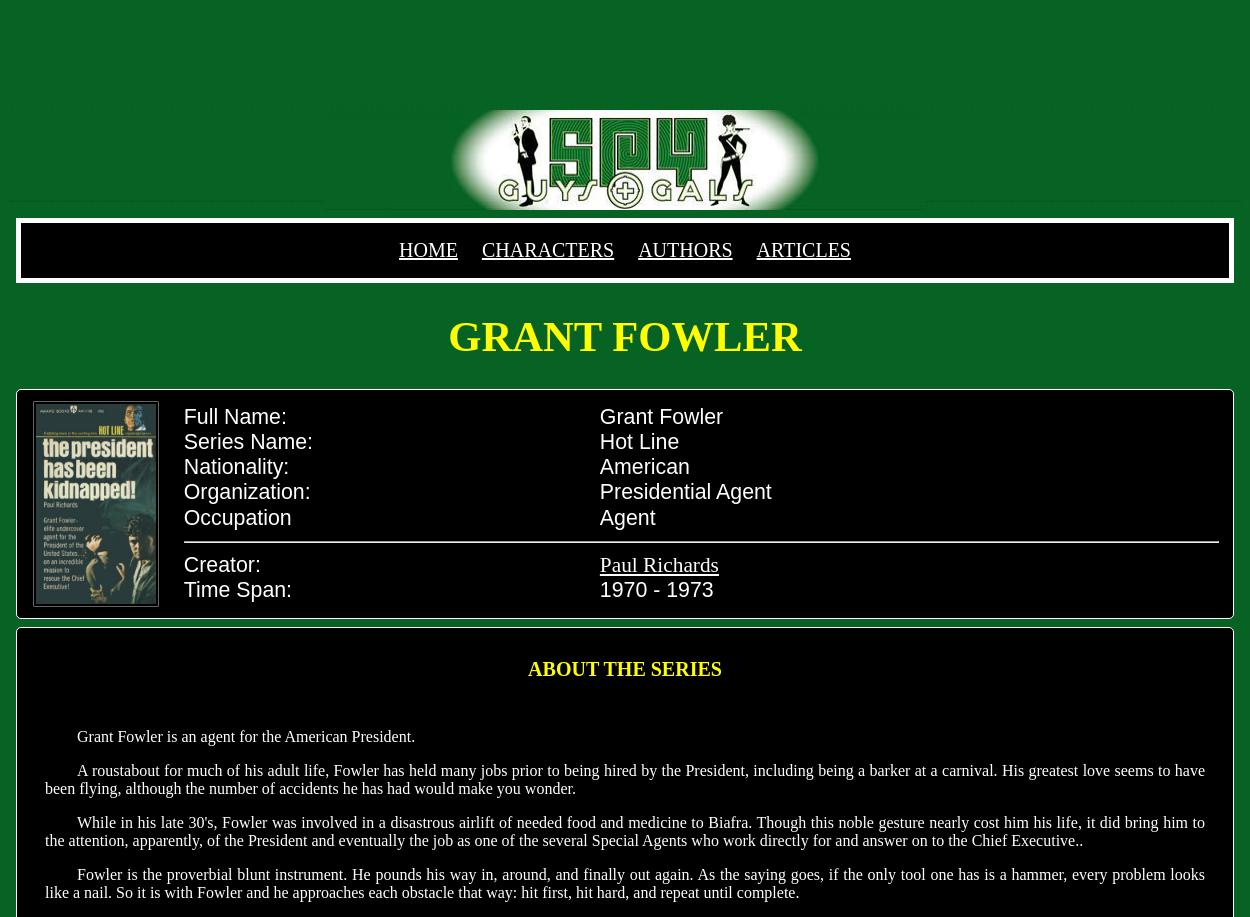 The width and height of the screenshot is (1250, 917). What do you see at coordinates (183, 589) in the screenshot?
I see `'Time Span:'` at bounding box center [183, 589].